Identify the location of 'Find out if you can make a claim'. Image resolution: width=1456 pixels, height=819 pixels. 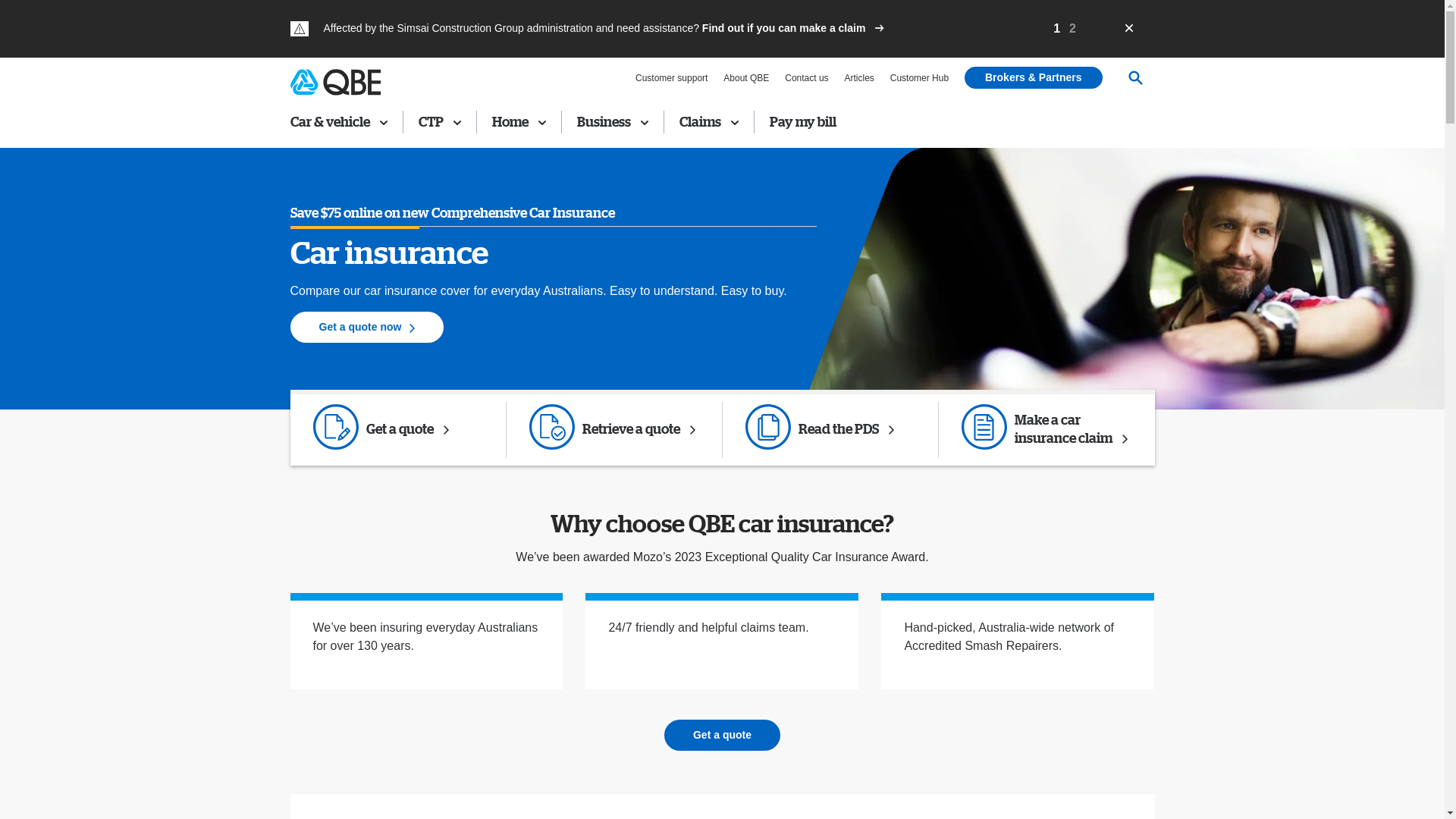
(701, 28).